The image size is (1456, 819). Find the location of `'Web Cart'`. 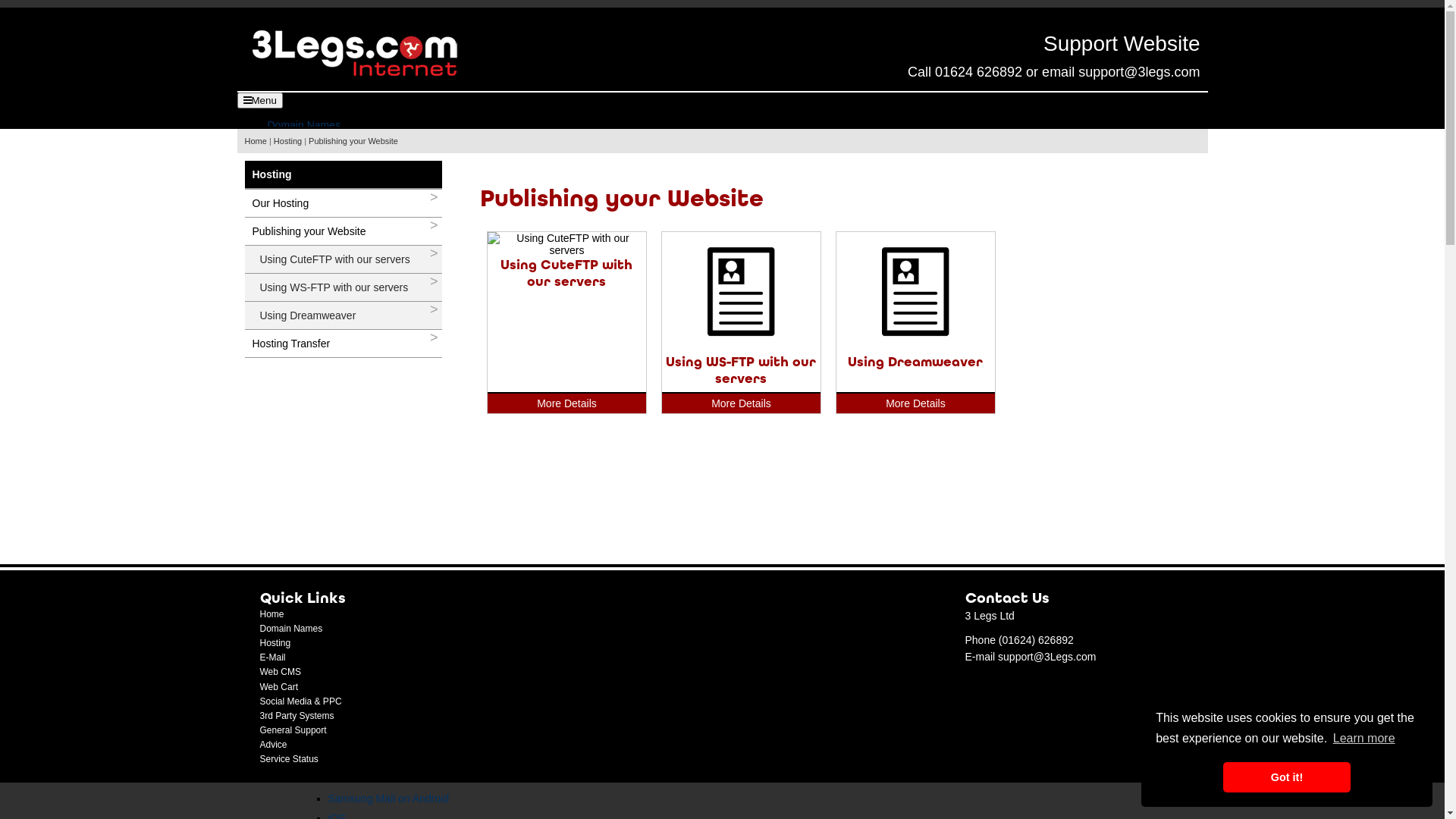

'Web Cart' is located at coordinates (278, 687).